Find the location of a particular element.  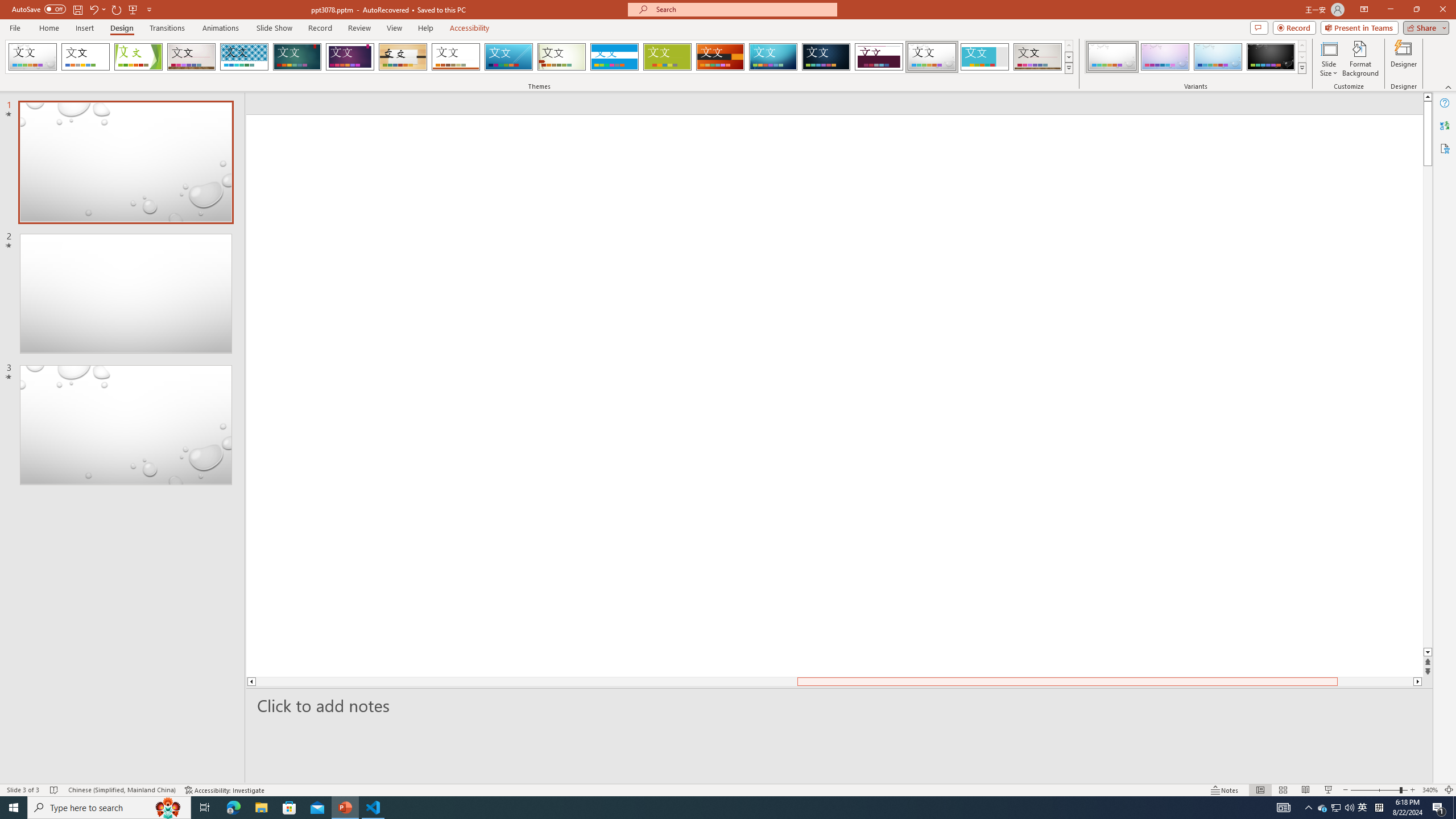

'Circuit' is located at coordinates (772, 56).